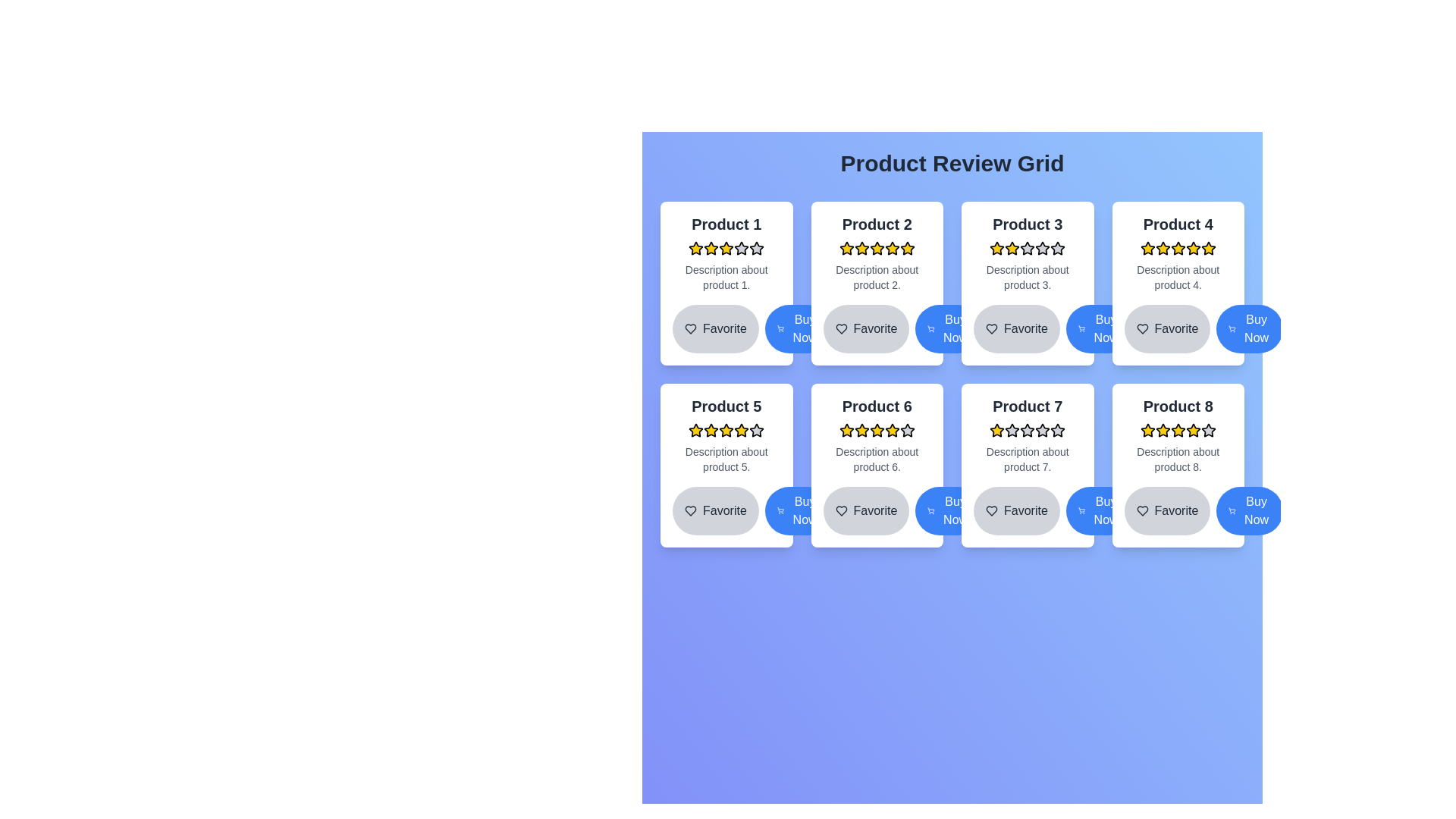 This screenshot has width=1456, height=819. What do you see at coordinates (1057, 430) in the screenshot?
I see `the first star icon representing a rating unit in the 'Product 7' card of the 'Product Review Grid' to interact with the product rating system` at bounding box center [1057, 430].